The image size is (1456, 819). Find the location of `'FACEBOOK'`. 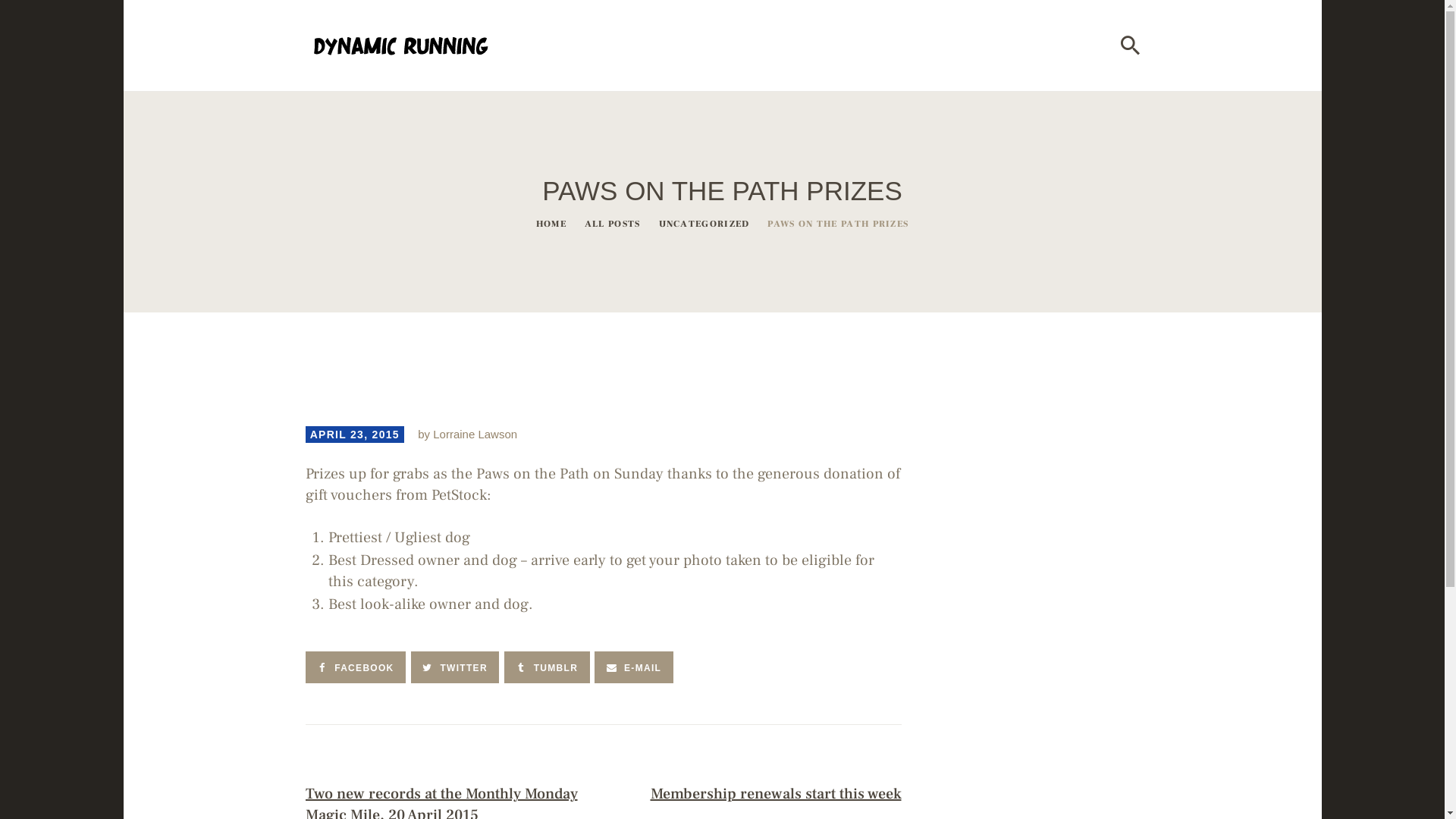

'FACEBOOK' is located at coordinates (304, 666).